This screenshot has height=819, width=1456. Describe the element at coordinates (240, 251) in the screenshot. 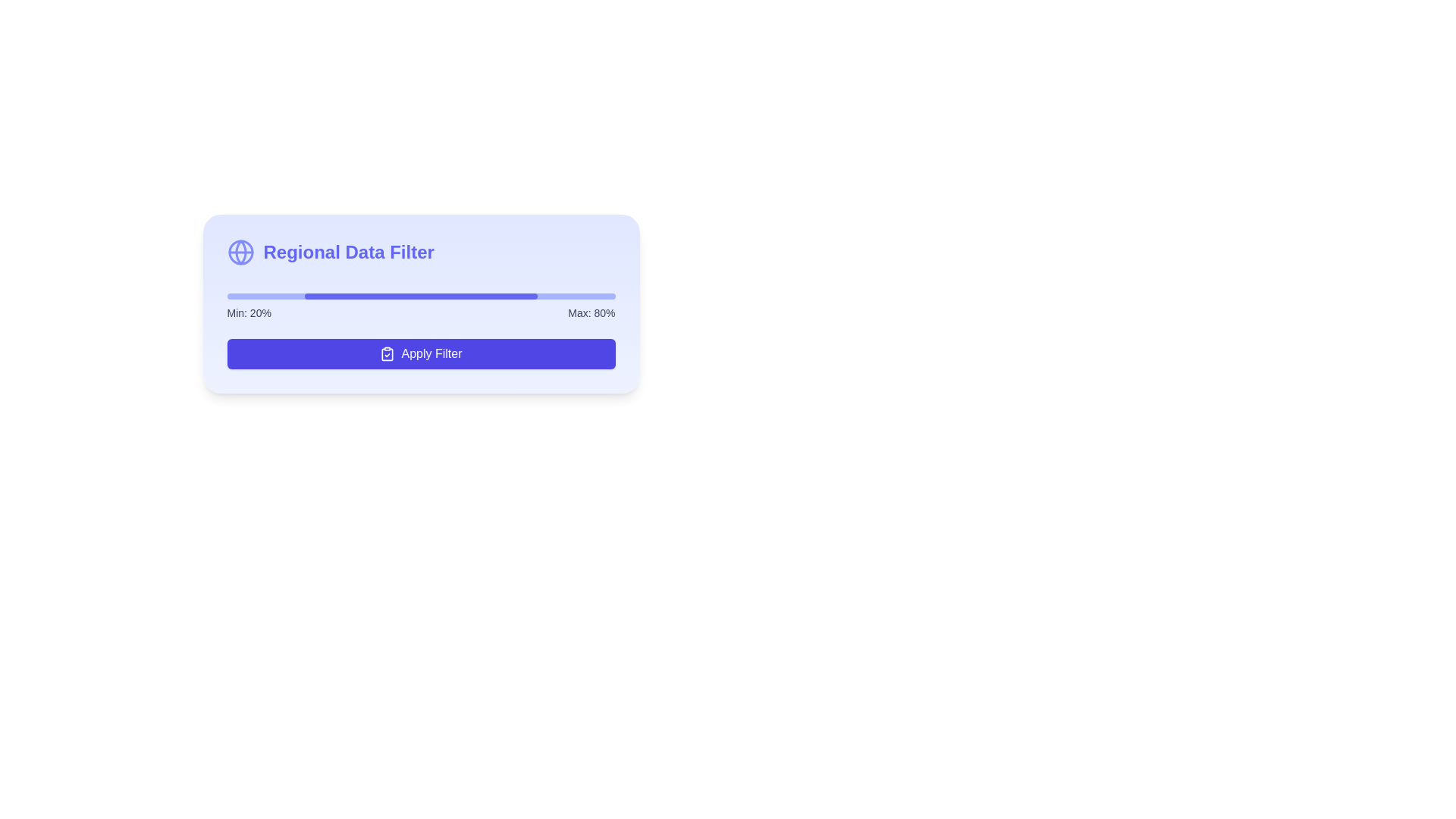

I see `the indigo globe icon located to the left of the 'Regional Data Filter' text in the header of the data filtering section` at that location.